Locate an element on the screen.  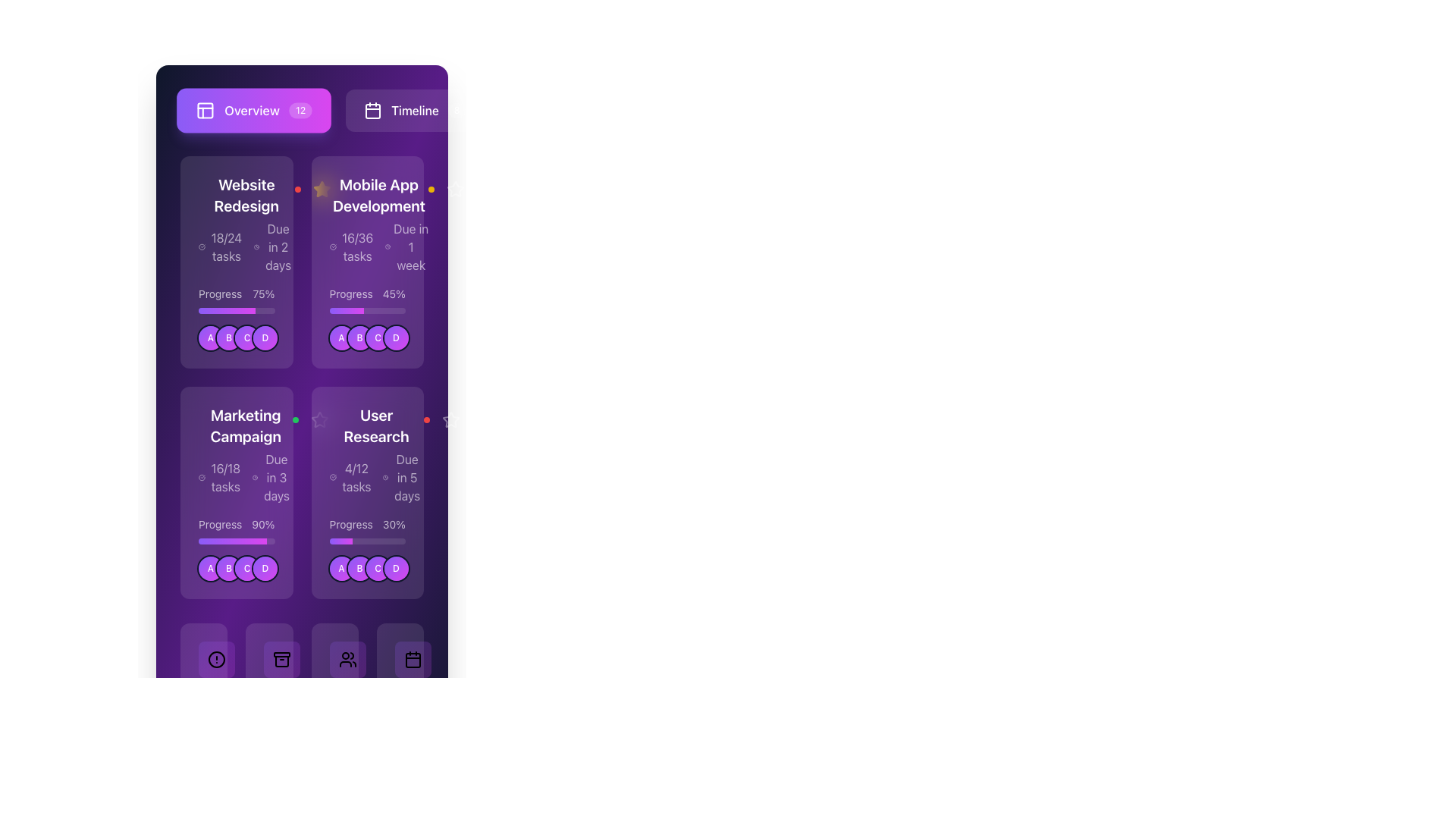
the circular Icon Group located at the bottom section of the 'Mobile App Development' card, underneath the 45% progress bar is located at coordinates (367, 337).